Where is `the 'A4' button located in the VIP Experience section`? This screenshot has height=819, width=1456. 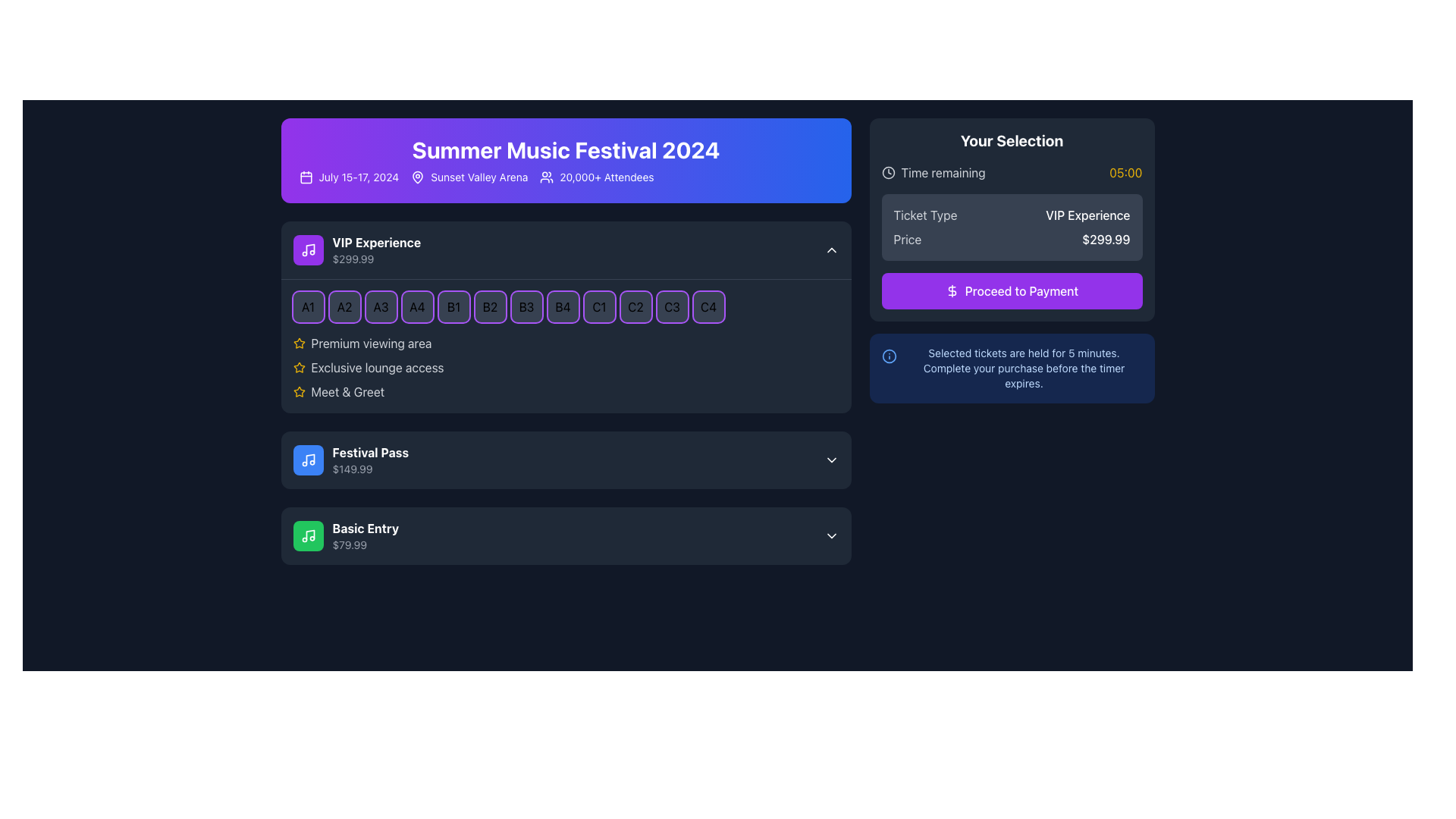 the 'A4' button located in the VIP Experience section is located at coordinates (417, 307).